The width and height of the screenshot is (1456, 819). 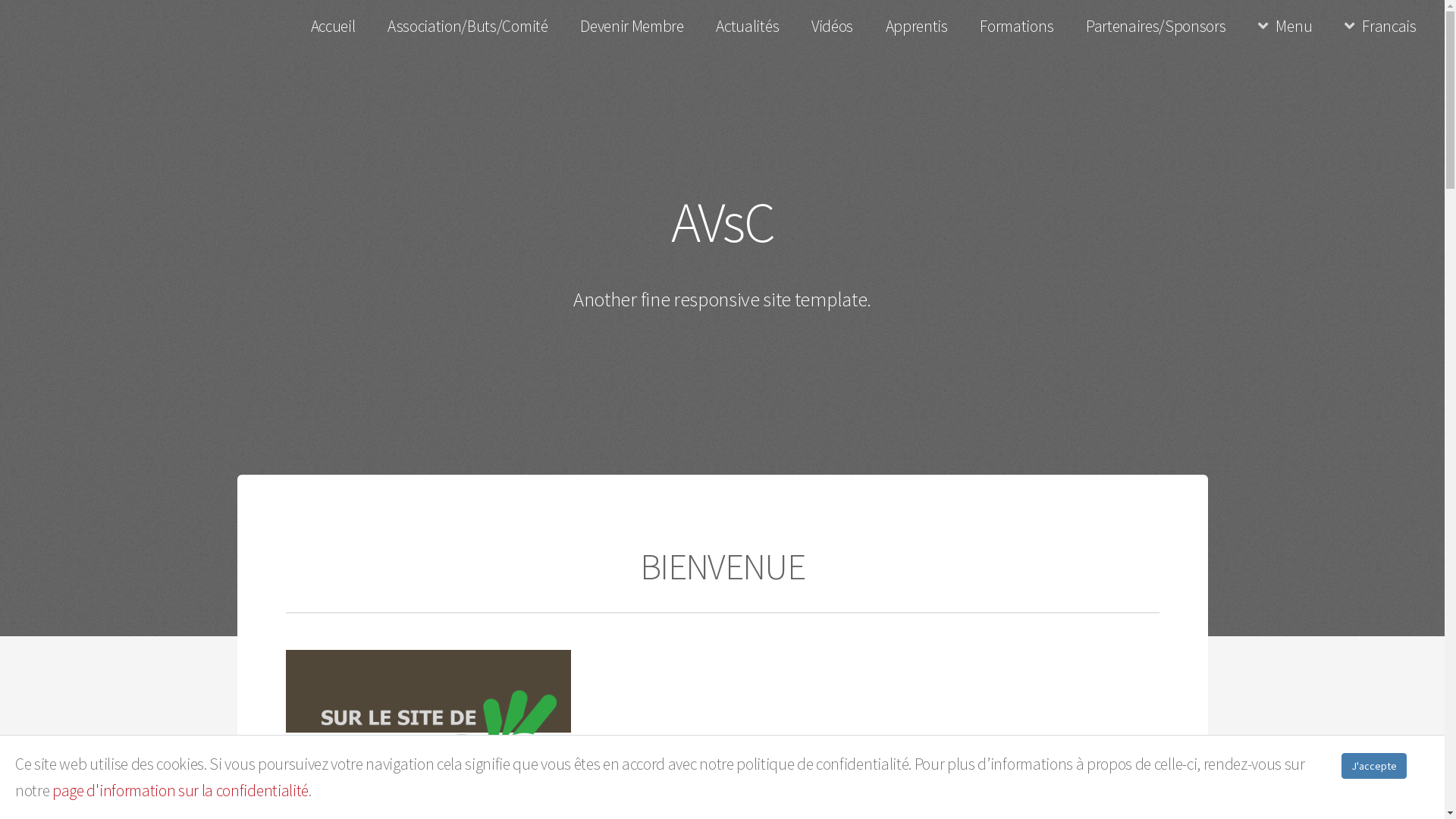 I want to click on 'Apprentis', so click(x=915, y=27).